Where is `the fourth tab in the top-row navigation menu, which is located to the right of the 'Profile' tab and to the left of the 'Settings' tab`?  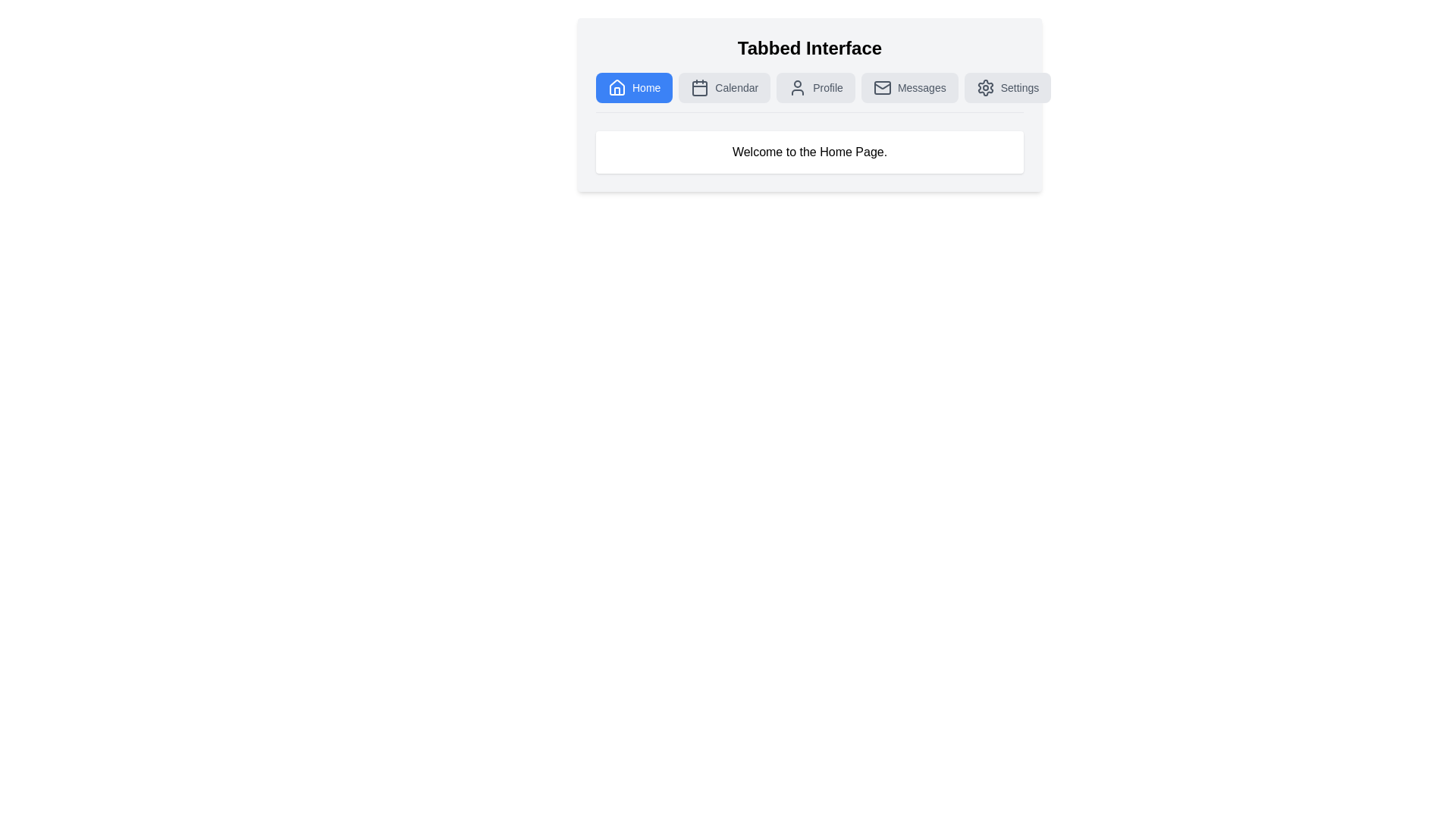
the fourth tab in the top-row navigation menu, which is located to the right of the 'Profile' tab and to the left of the 'Settings' tab is located at coordinates (909, 87).